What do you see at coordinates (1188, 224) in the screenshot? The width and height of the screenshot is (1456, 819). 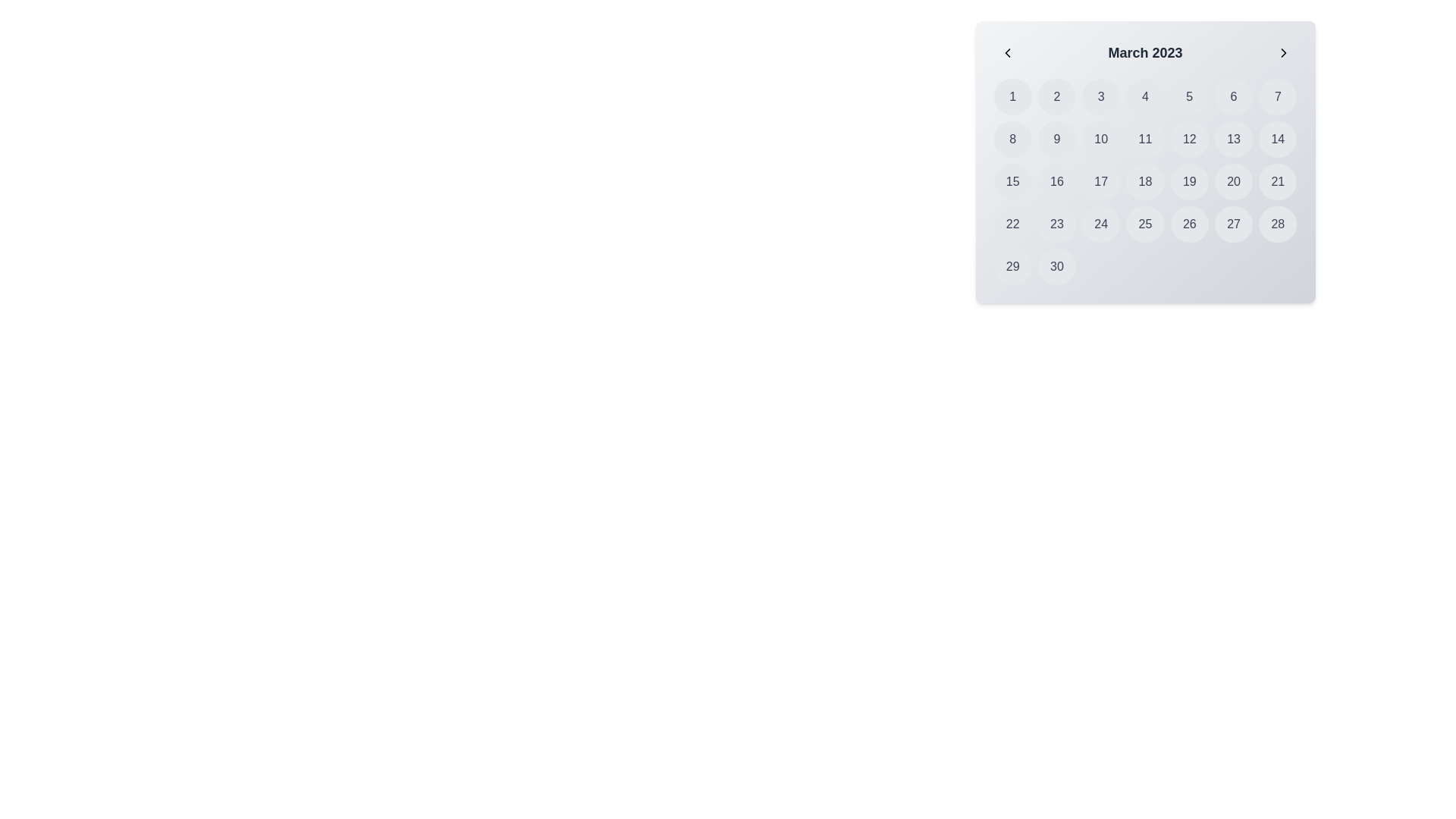 I see `the button representing the 26th day of the calendar month` at bounding box center [1188, 224].